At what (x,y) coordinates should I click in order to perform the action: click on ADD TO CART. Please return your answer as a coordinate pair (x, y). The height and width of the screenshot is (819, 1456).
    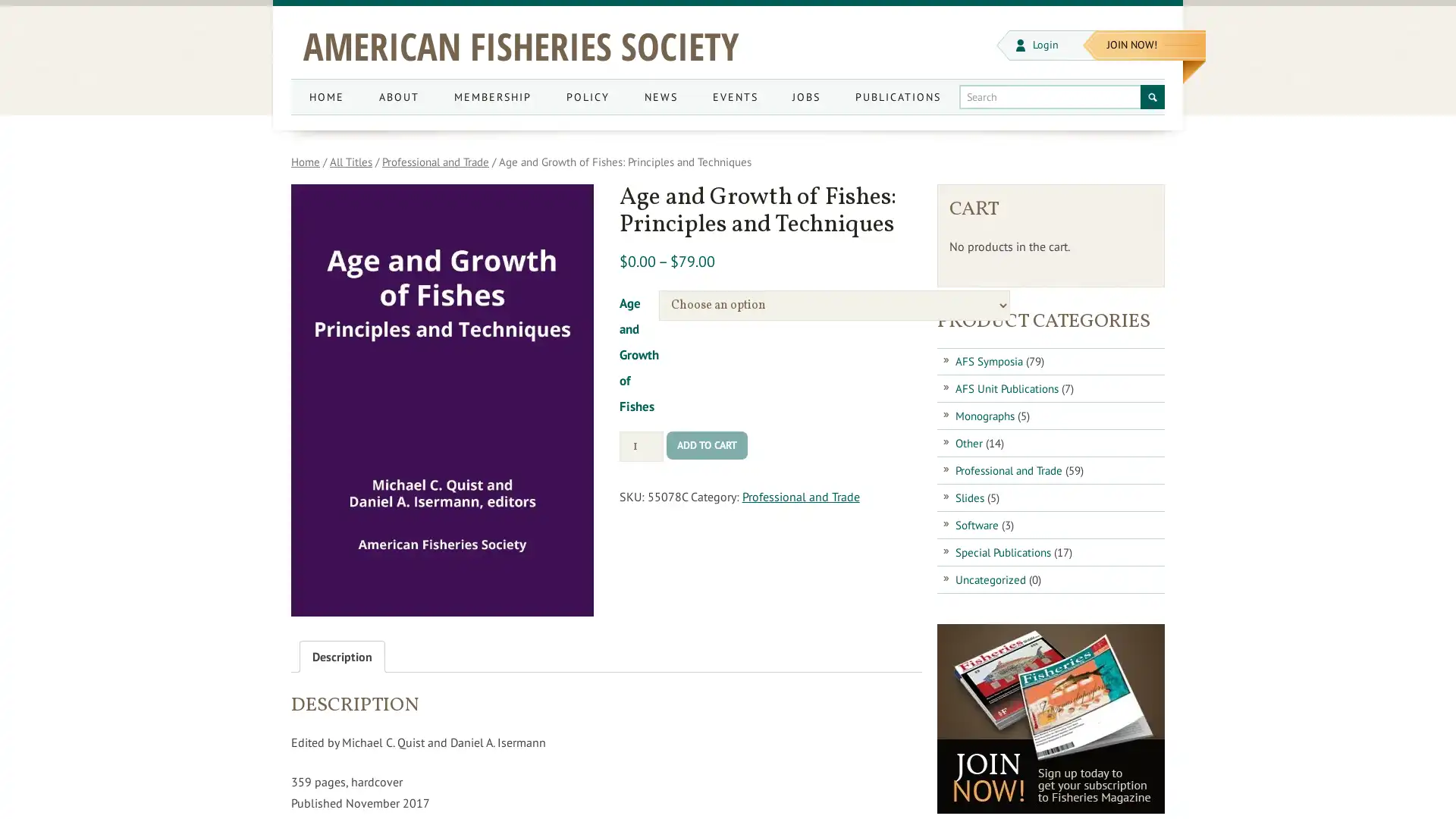
    Looking at the image, I should click on (705, 444).